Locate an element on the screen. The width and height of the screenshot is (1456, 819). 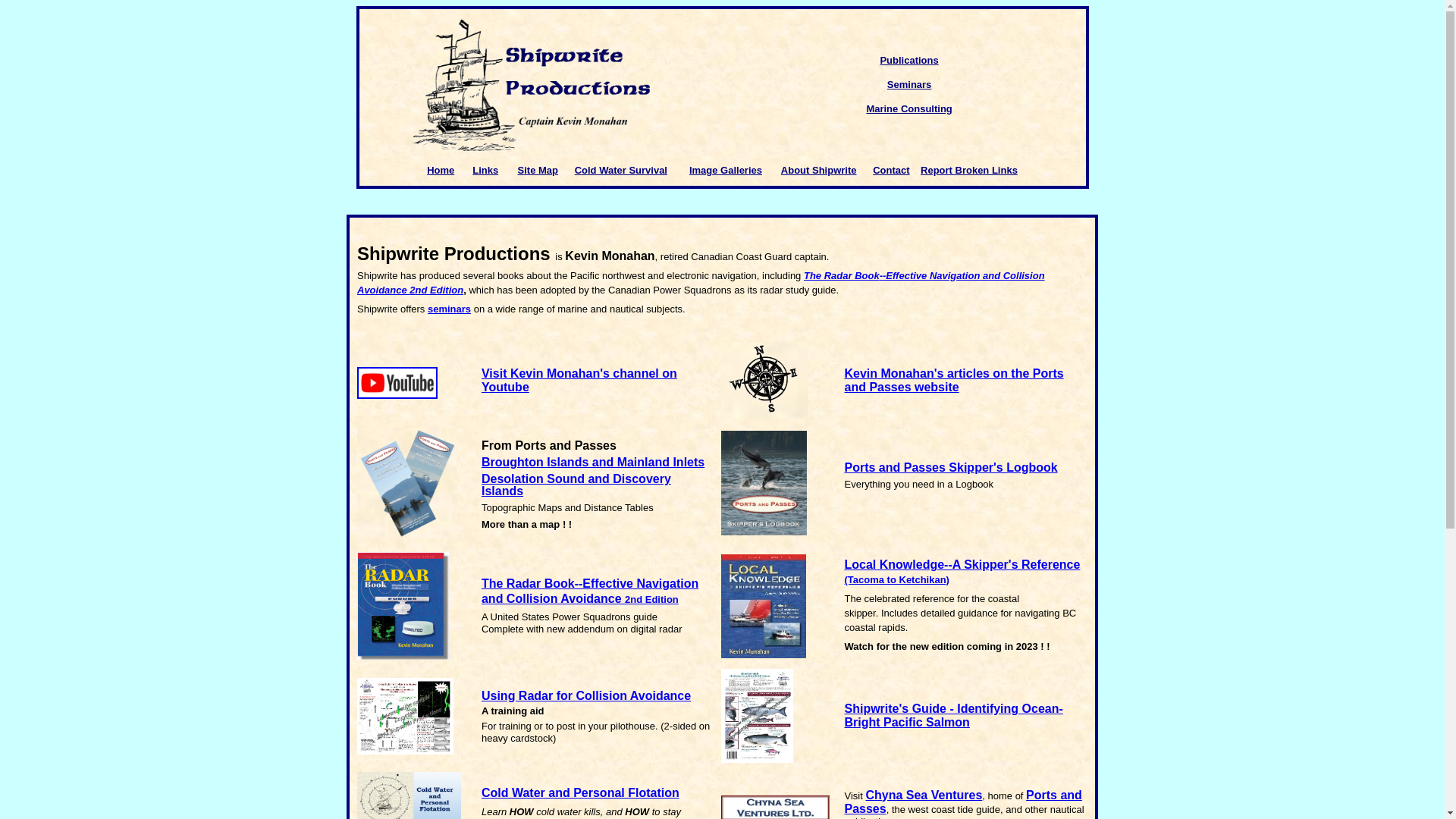
'Shipwrite's Guide - Identifying Ocean-Bright Pacific Salmon' is located at coordinates (952, 715).